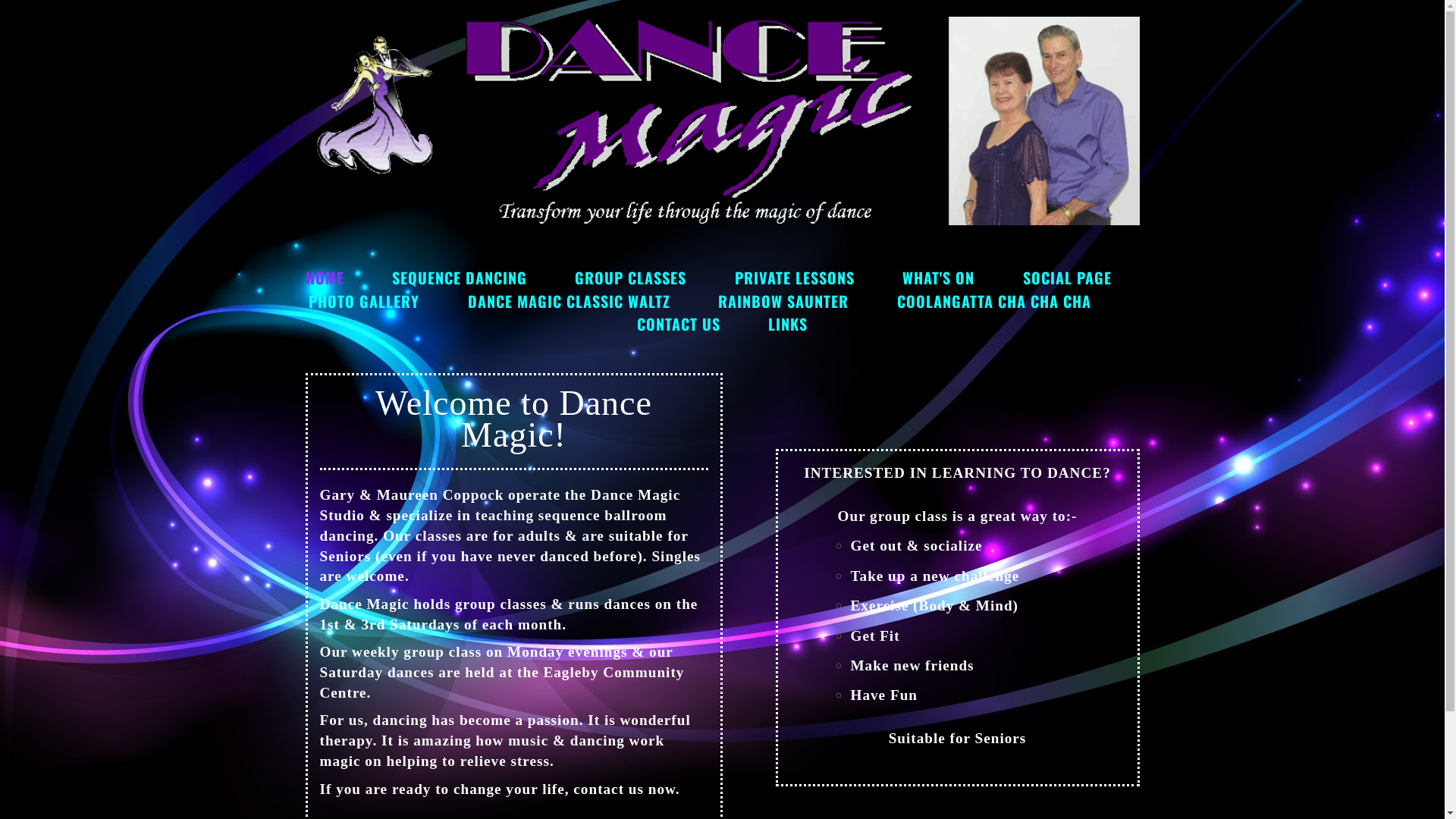 The image size is (1456, 819). I want to click on 'CONTACT US', so click(677, 323).